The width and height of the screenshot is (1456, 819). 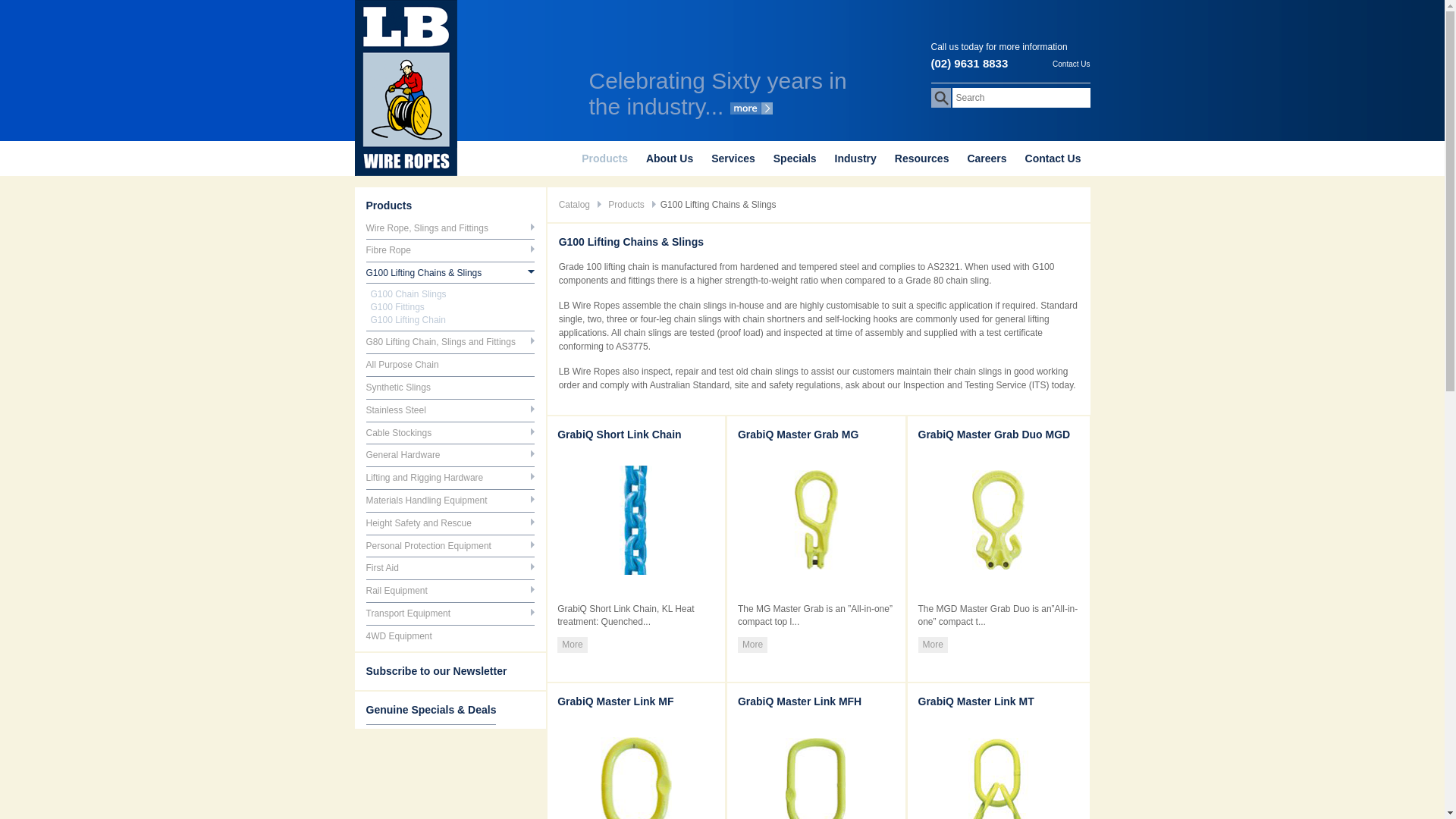 I want to click on 'Transport Equipment', so click(x=407, y=613).